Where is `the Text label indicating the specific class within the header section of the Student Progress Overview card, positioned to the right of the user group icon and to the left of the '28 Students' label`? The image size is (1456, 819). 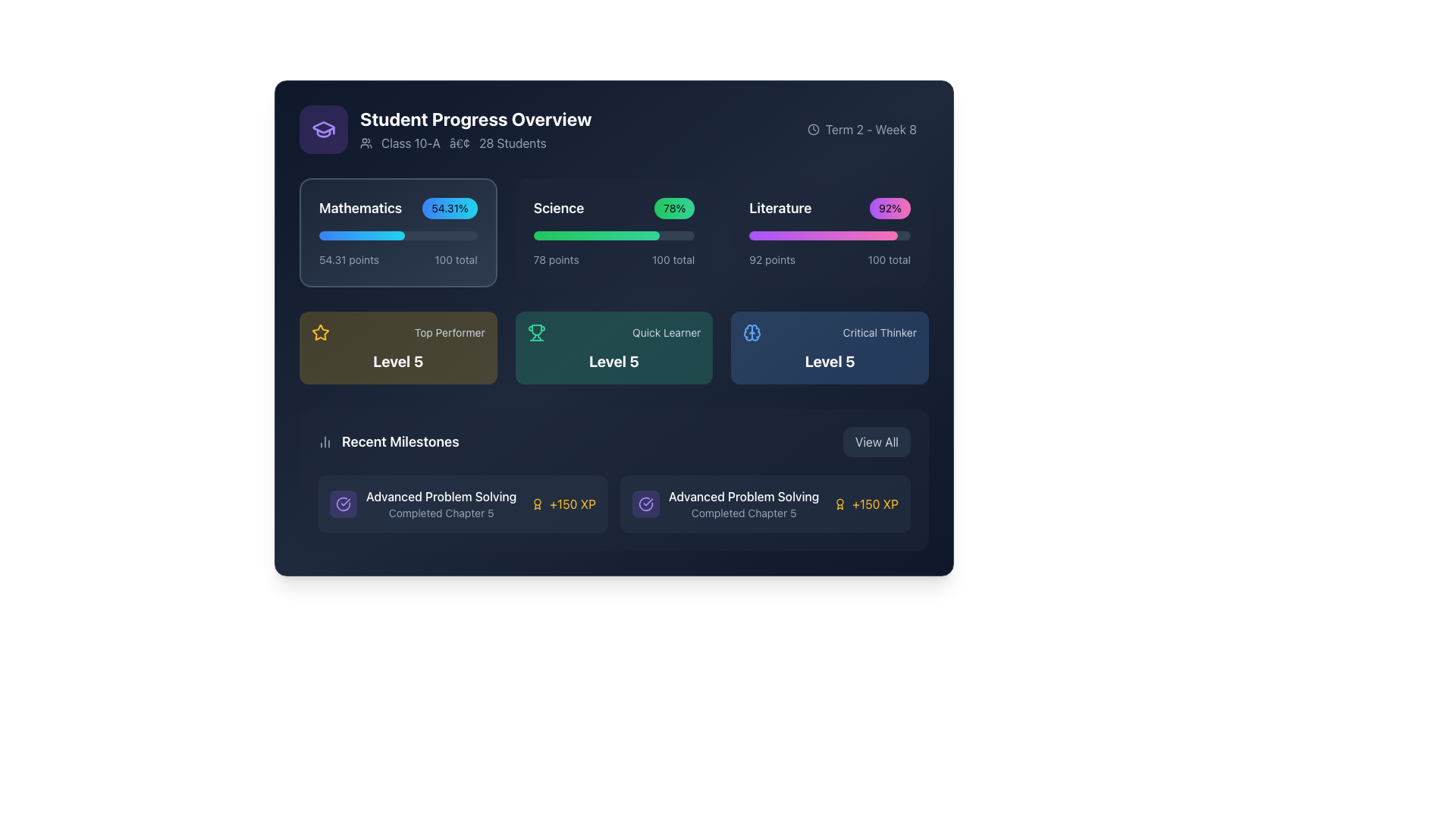
the Text label indicating the specific class within the header section of the Student Progress Overview card, positioned to the right of the user group icon and to the left of the '28 Students' label is located at coordinates (411, 143).